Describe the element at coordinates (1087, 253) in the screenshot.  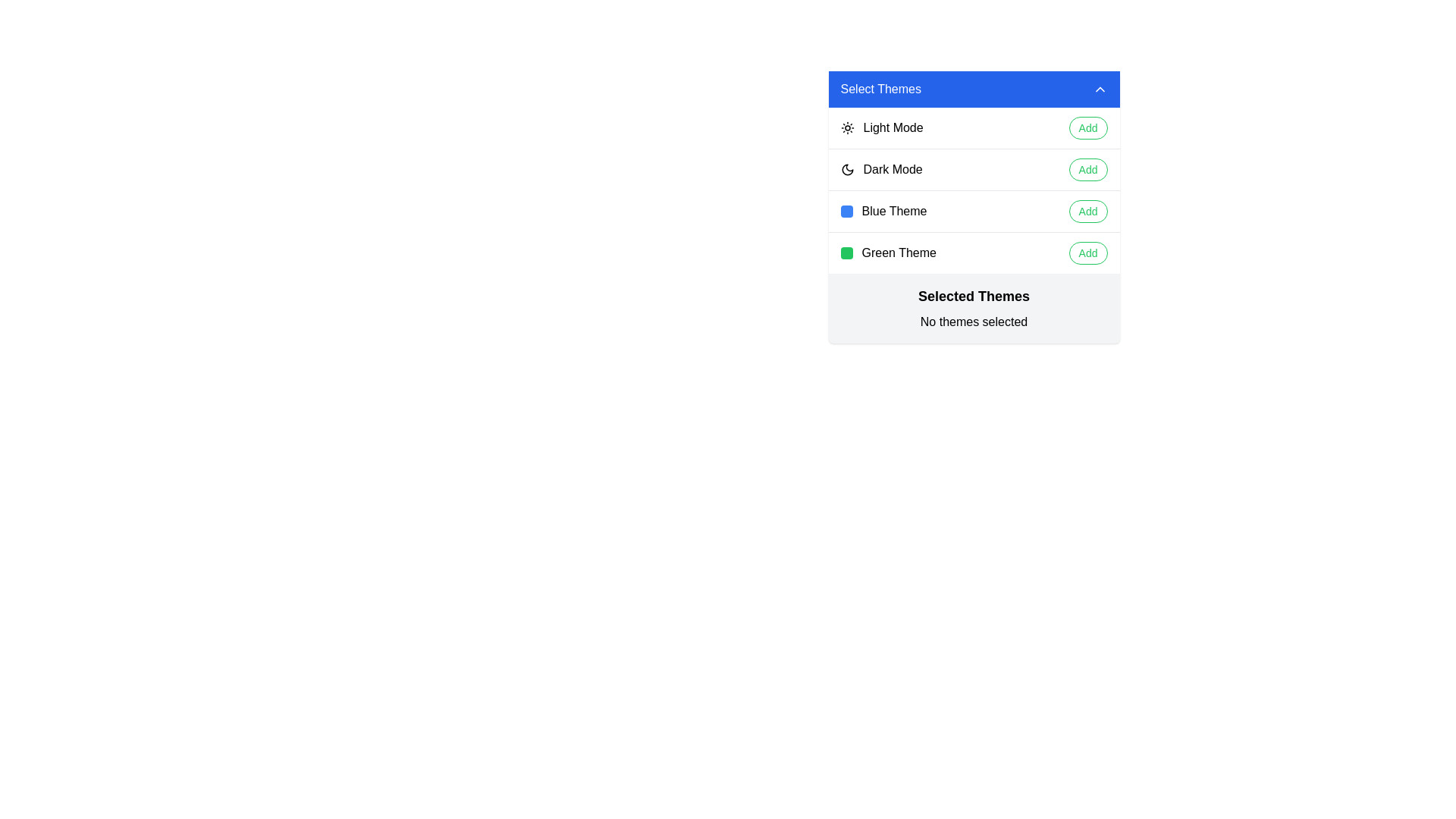
I see `the 'Add' button with a green border located in the rightmost position of the 'Green Theme' row to trigger any tooltip or visual feedback` at that location.